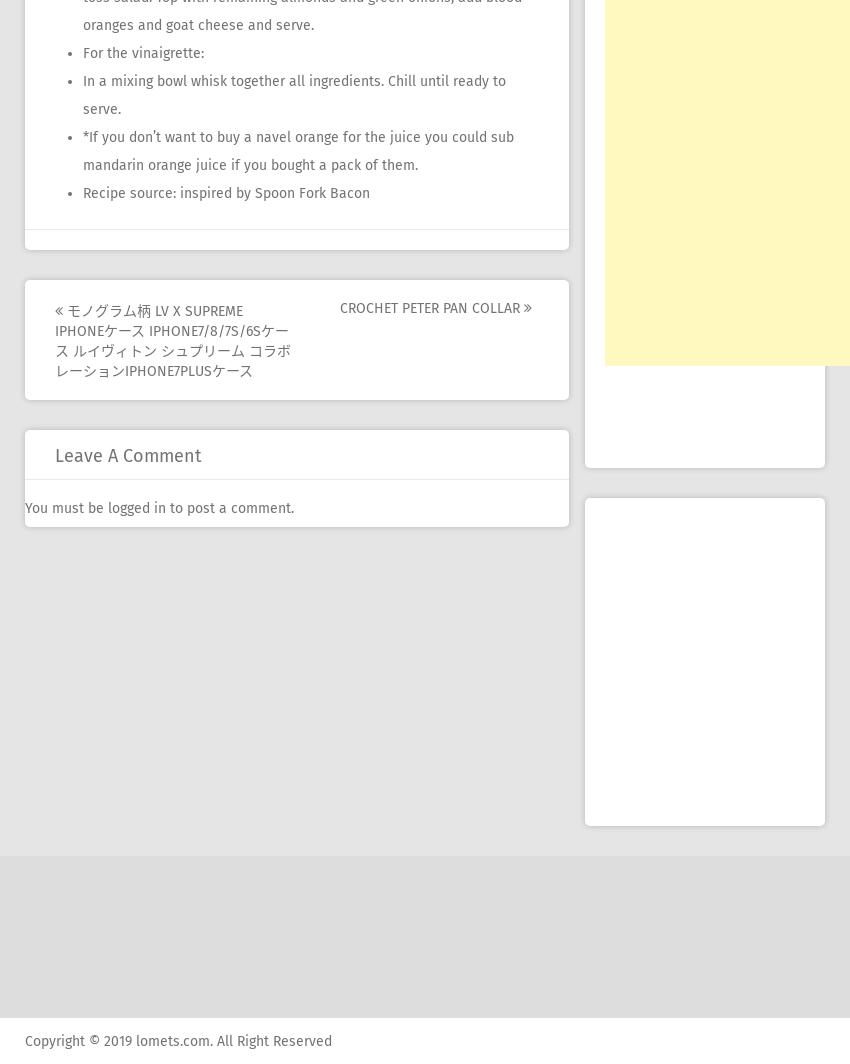 The height and width of the screenshot is (1064, 850). What do you see at coordinates (298, 151) in the screenshot?
I see `'*If you don’t want to buy a navel orange for the juice you could sub mandarin orange juice if you bought a pack of them.'` at bounding box center [298, 151].